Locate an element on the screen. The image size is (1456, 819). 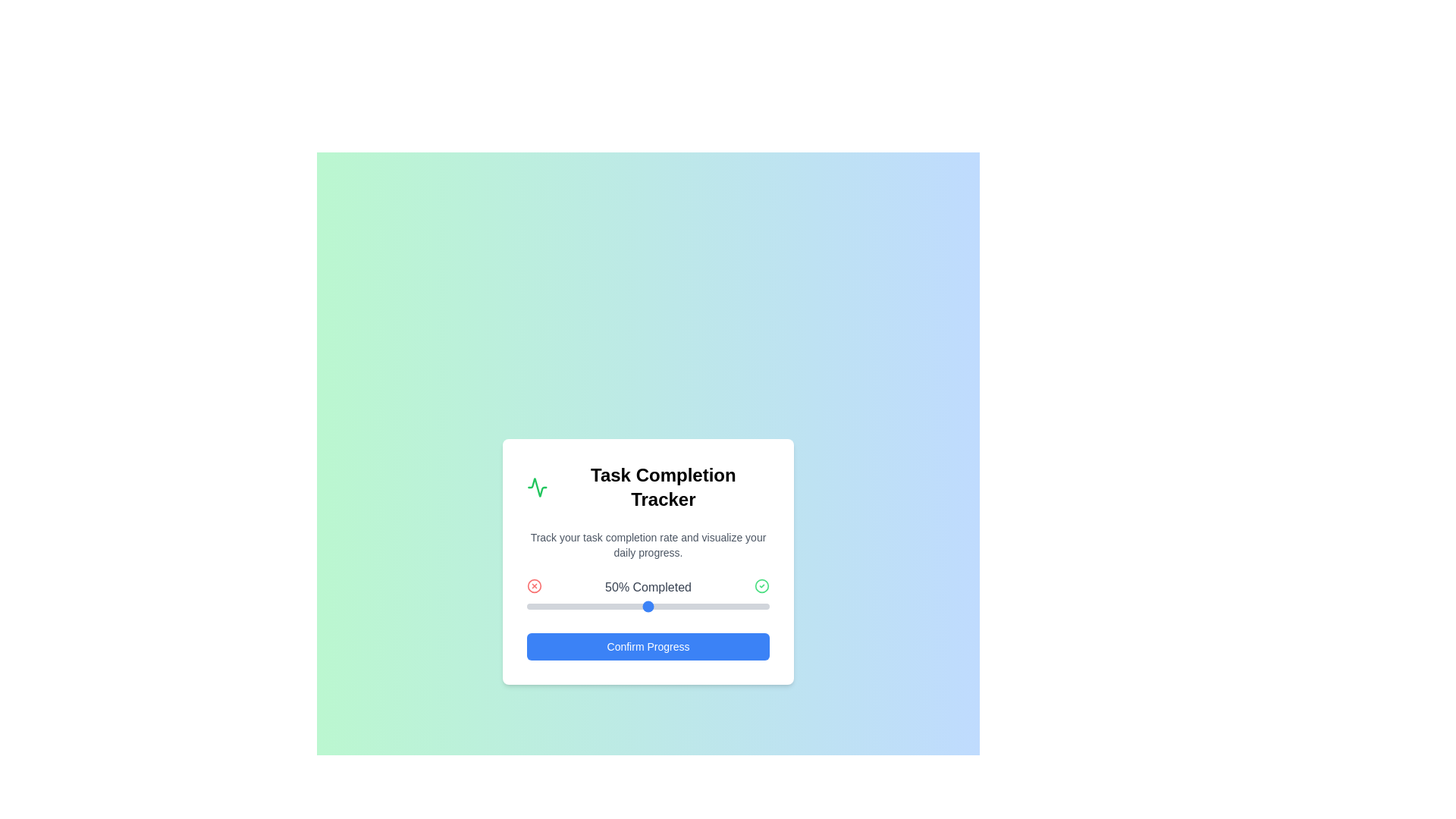
the progress slider to 74% is located at coordinates (705, 605).